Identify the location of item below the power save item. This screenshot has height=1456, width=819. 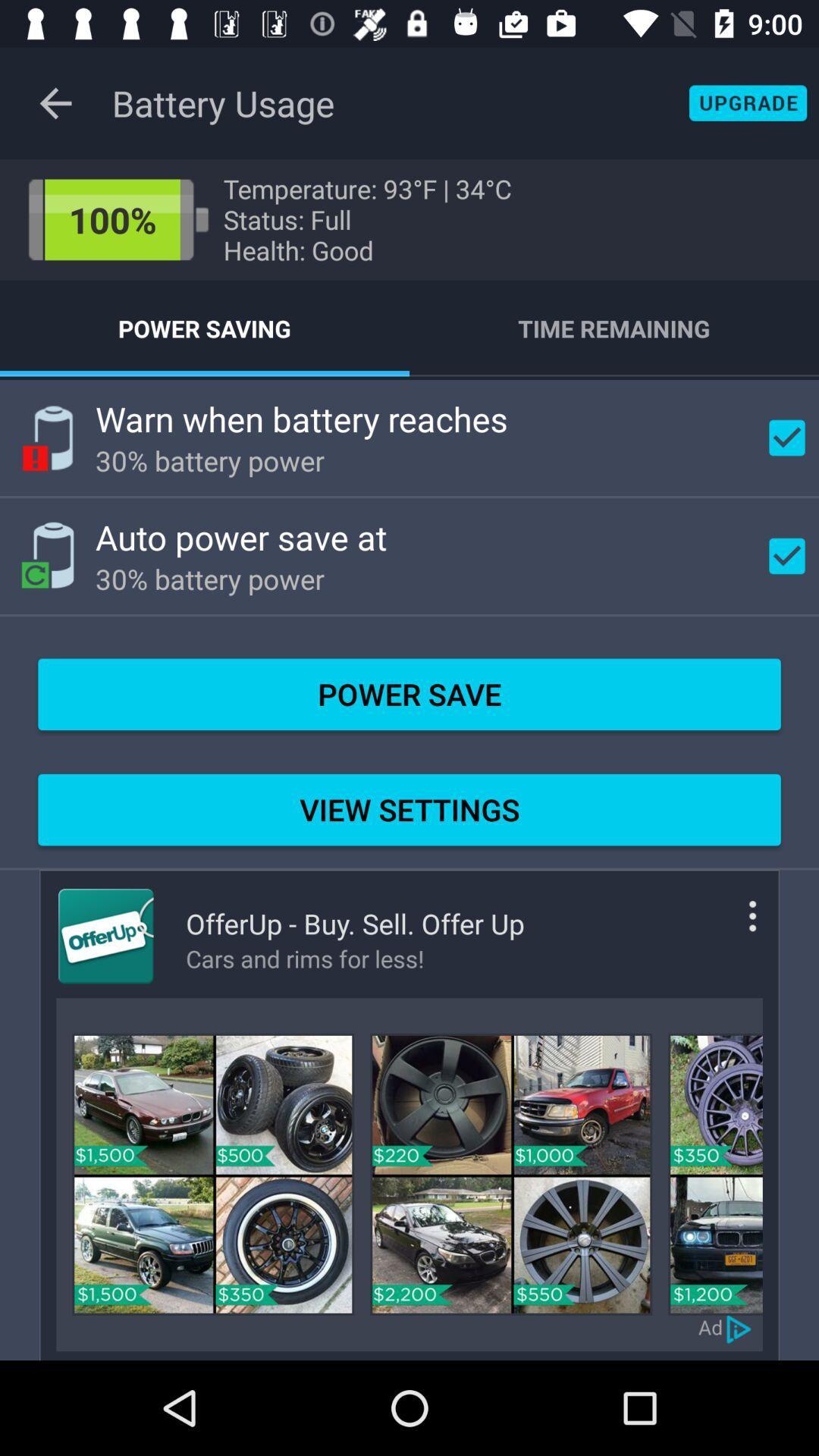
(409, 809).